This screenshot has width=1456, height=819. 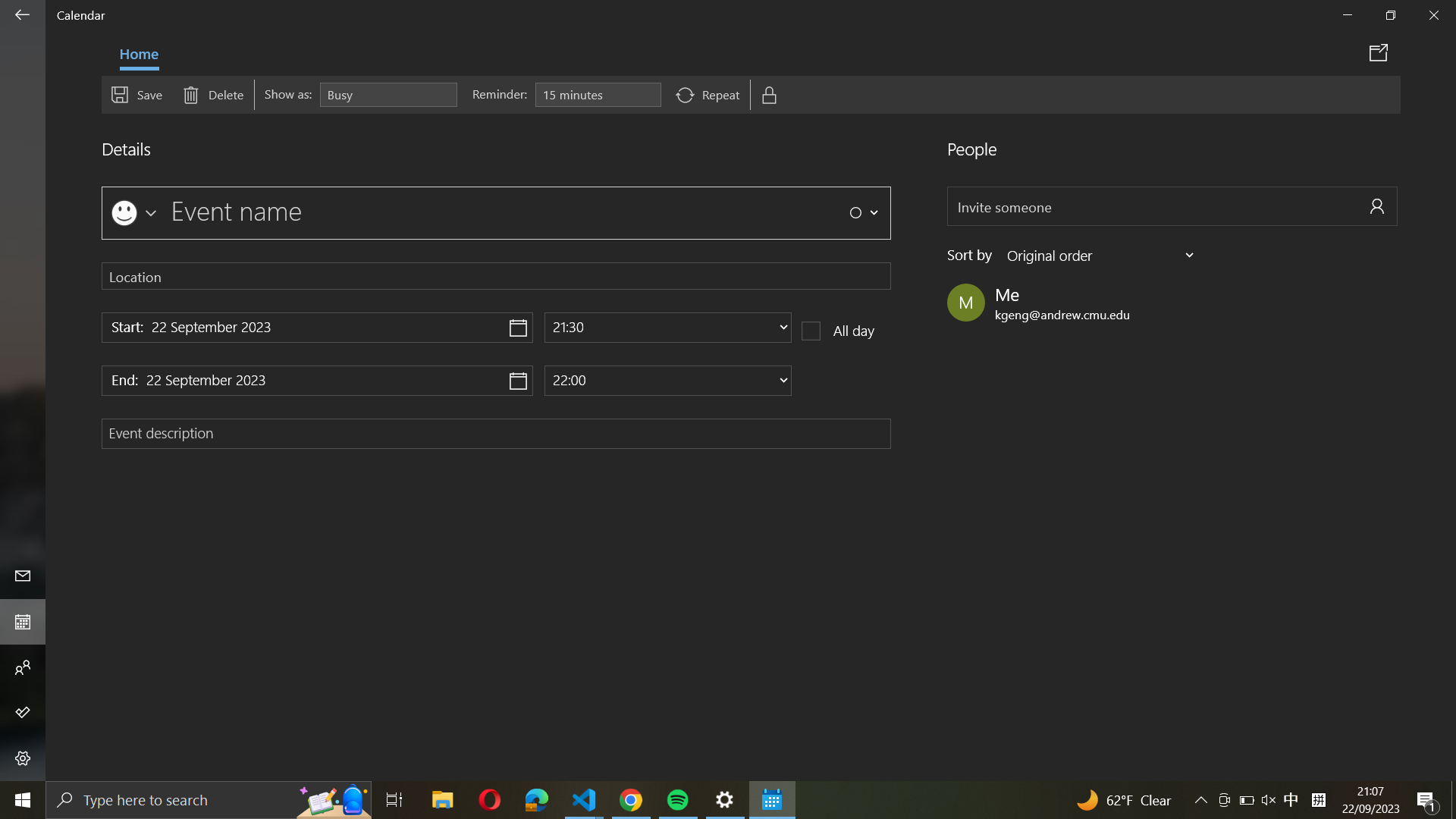 I want to click on Adjust event"s conclusion time to 22:00 hours, so click(x=667, y=379).